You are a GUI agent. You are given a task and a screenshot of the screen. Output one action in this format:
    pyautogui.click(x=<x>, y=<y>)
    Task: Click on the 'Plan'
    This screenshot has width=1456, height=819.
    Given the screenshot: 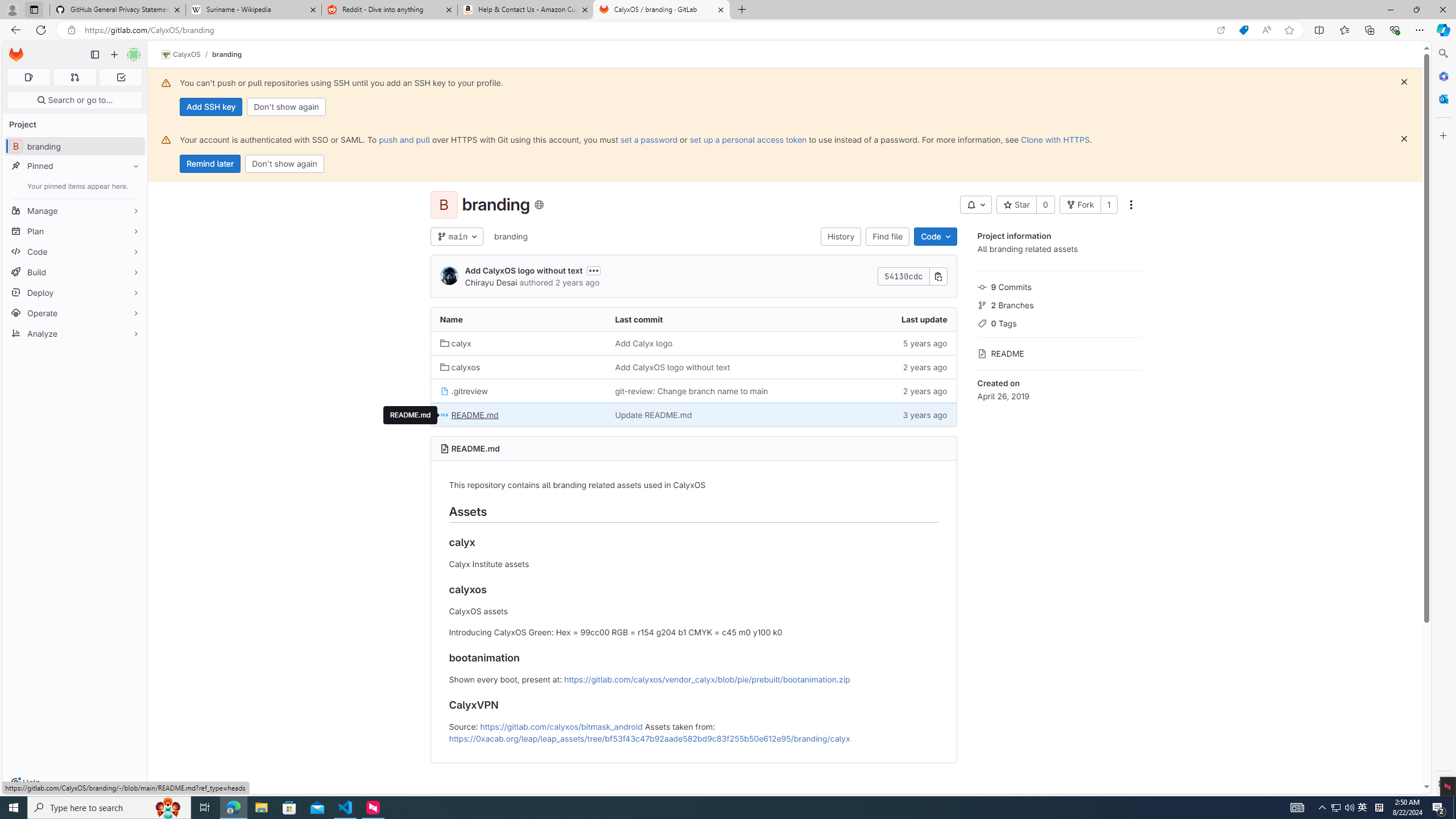 What is the action you would take?
    pyautogui.click(x=74, y=230)
    